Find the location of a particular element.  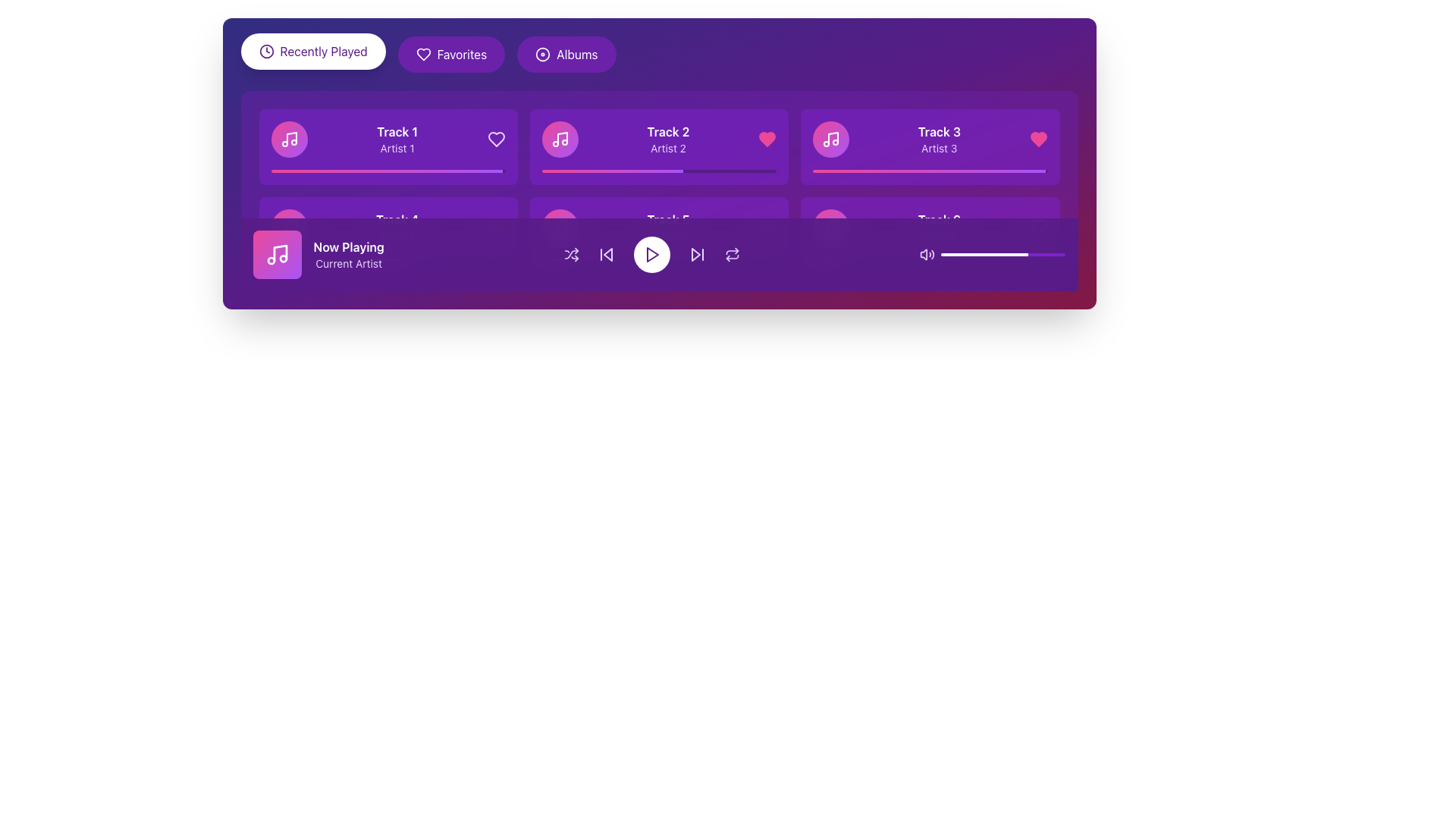

the Informational display panel which features a pink-to-purple gradient square icon with a white music note and text reading 'Now Playing' and 'Current Artist' is located at coordinates (318, 253).